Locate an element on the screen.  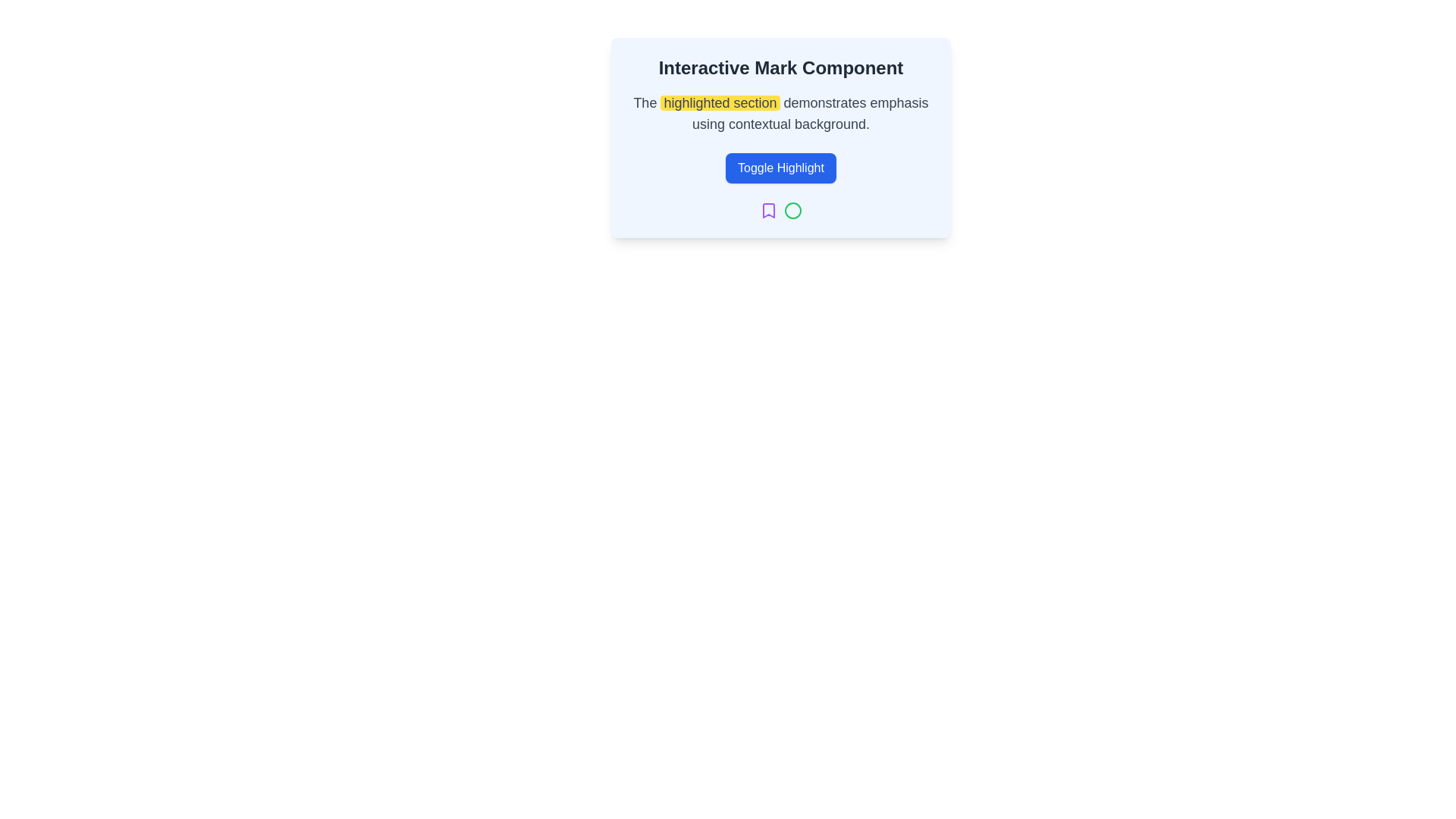
the 'Toggle Highlight' button, which is a rectangular button with a blue background and white text is located at coordinates (781, 168).